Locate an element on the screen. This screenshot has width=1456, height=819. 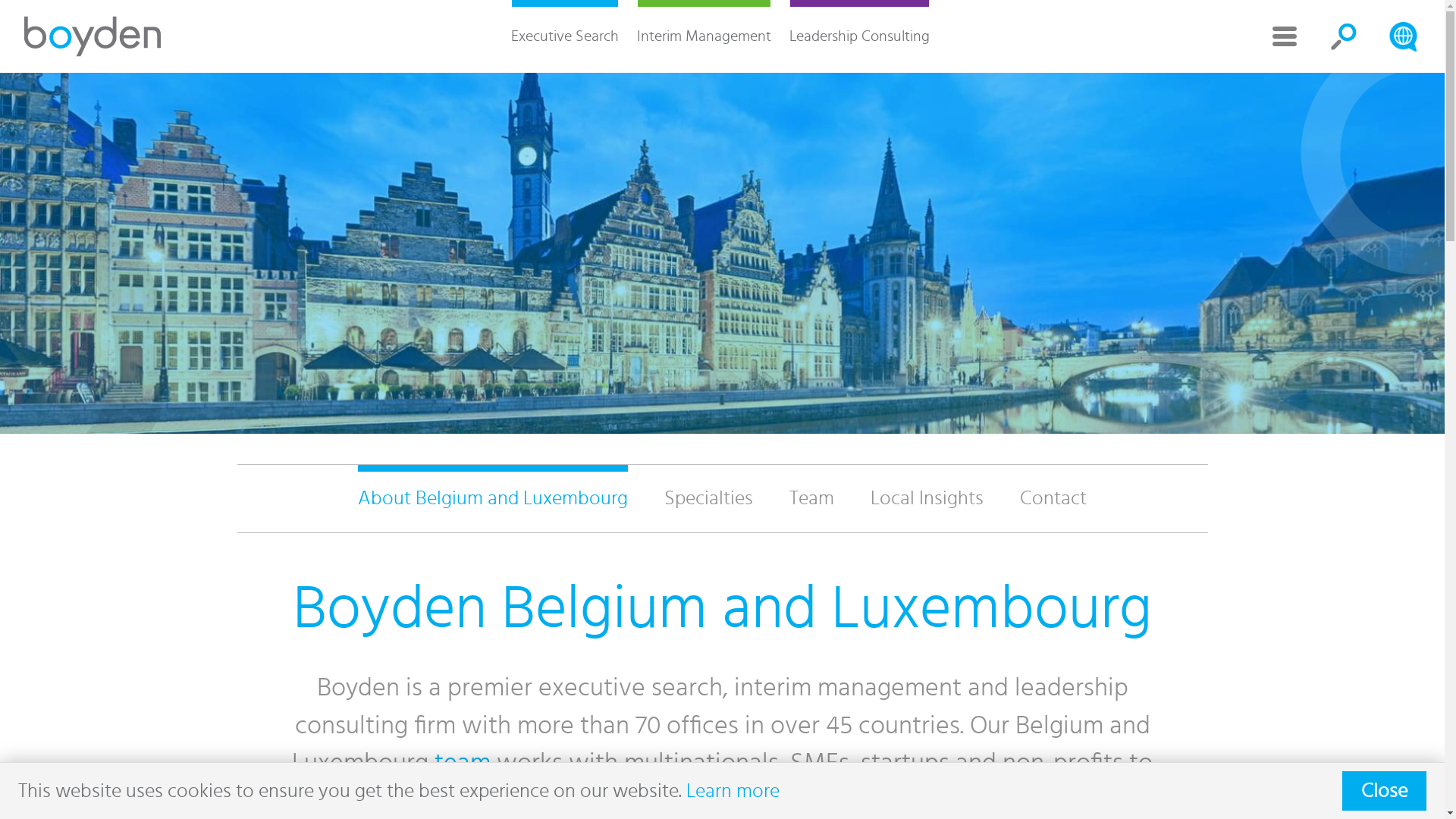
'Contact' is located at coordinates (1052, 498).